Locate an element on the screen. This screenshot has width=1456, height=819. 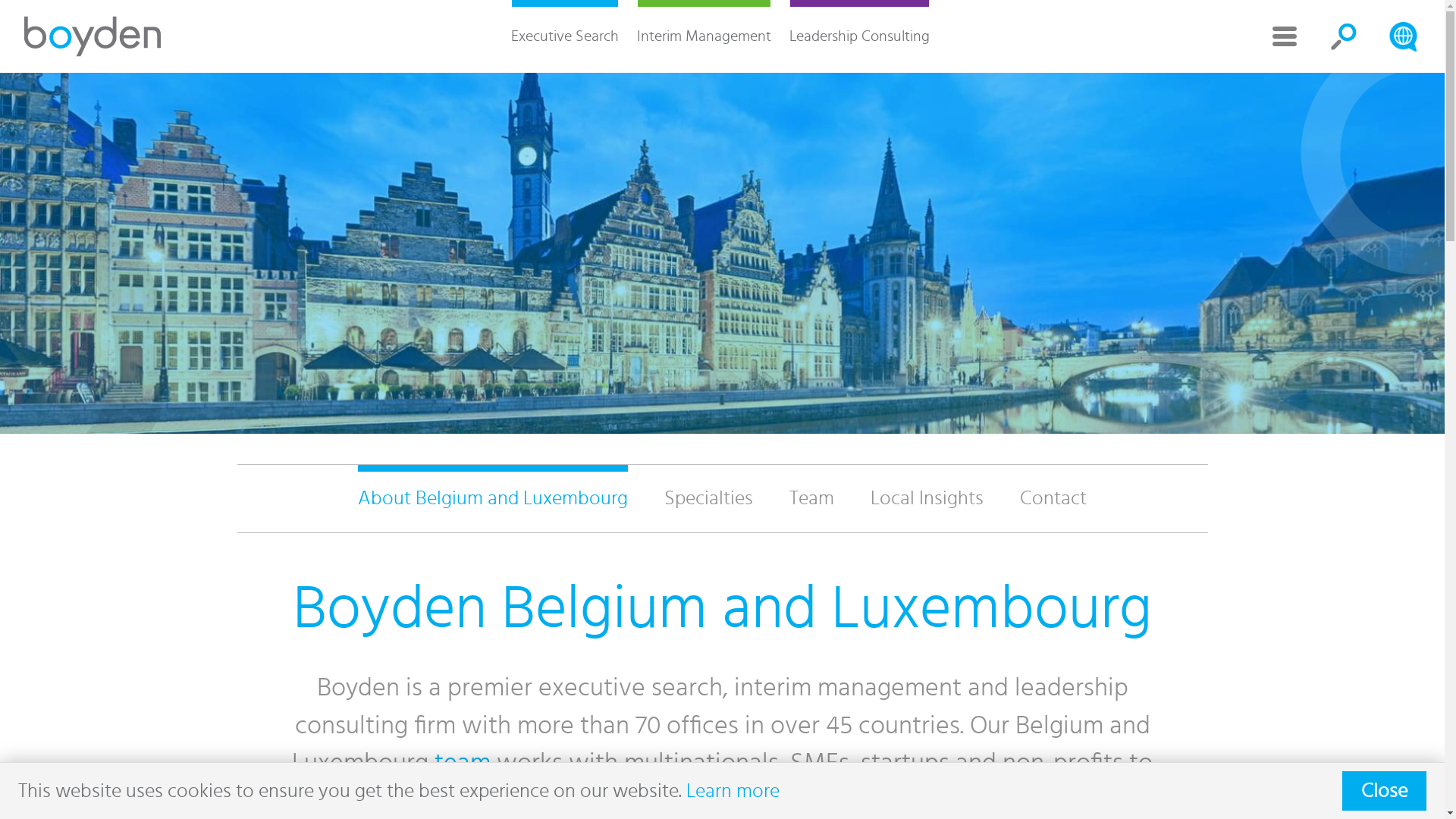
'Contact' is located at coordinates (1052, 498).